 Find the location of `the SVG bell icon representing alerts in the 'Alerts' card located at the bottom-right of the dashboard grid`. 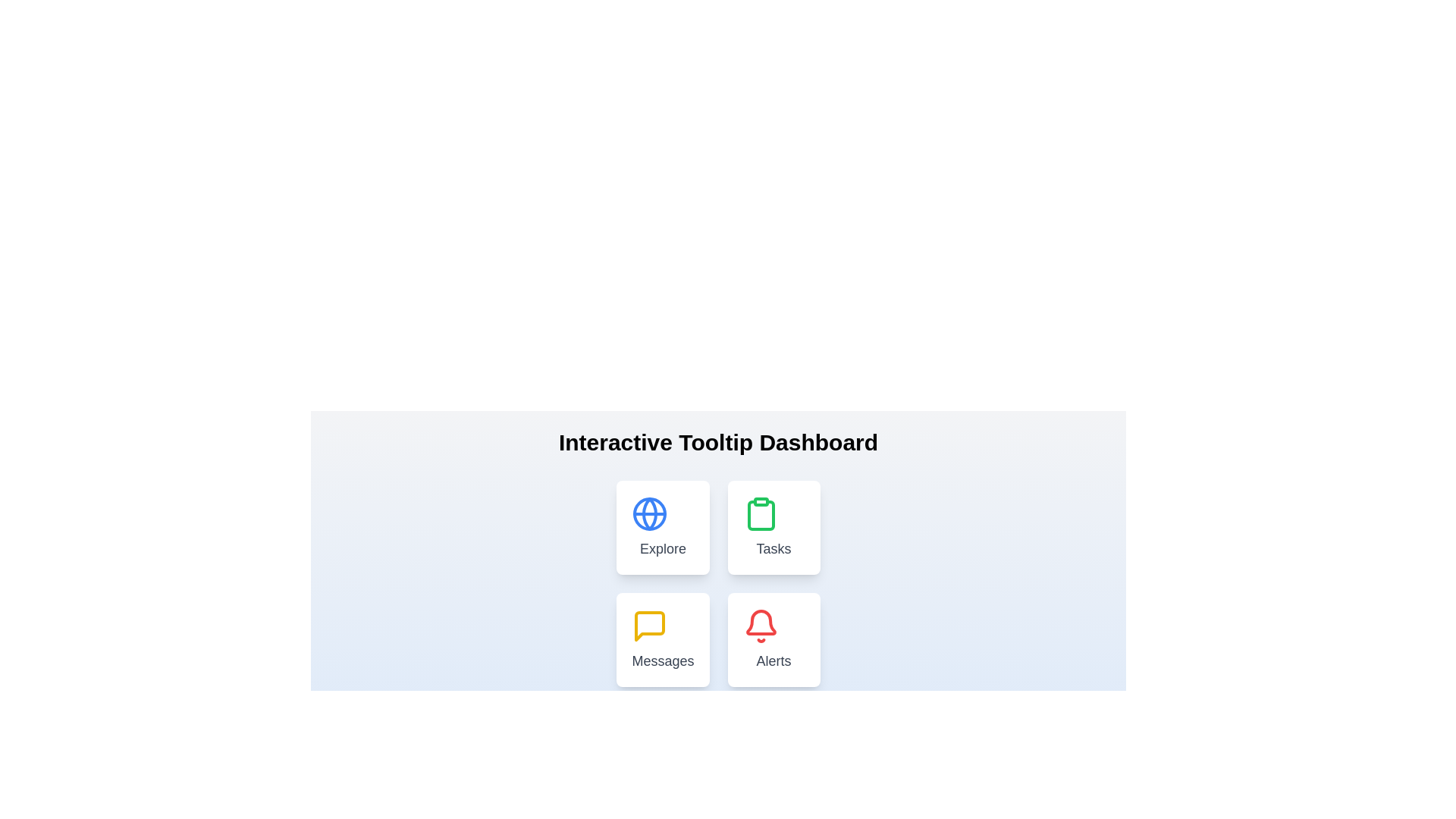

the SVG bell icon representing alerts in the 'Alerts' card located at the bottom-right of the dashboard grid is located at coordinates (761, 623).